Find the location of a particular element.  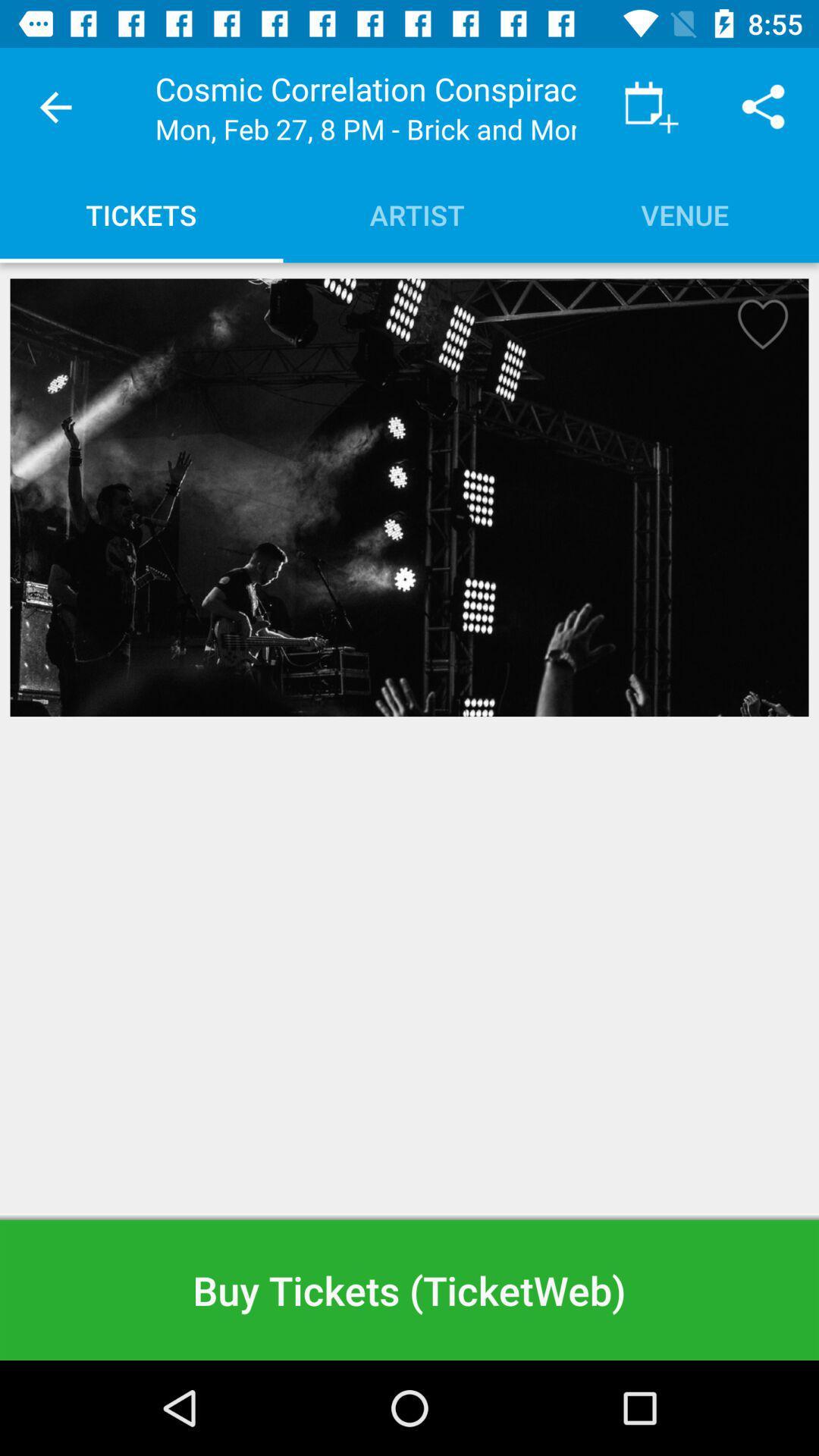

the icon next to the cosmic correlation conspiracy item is located at coordinates (651, 106).